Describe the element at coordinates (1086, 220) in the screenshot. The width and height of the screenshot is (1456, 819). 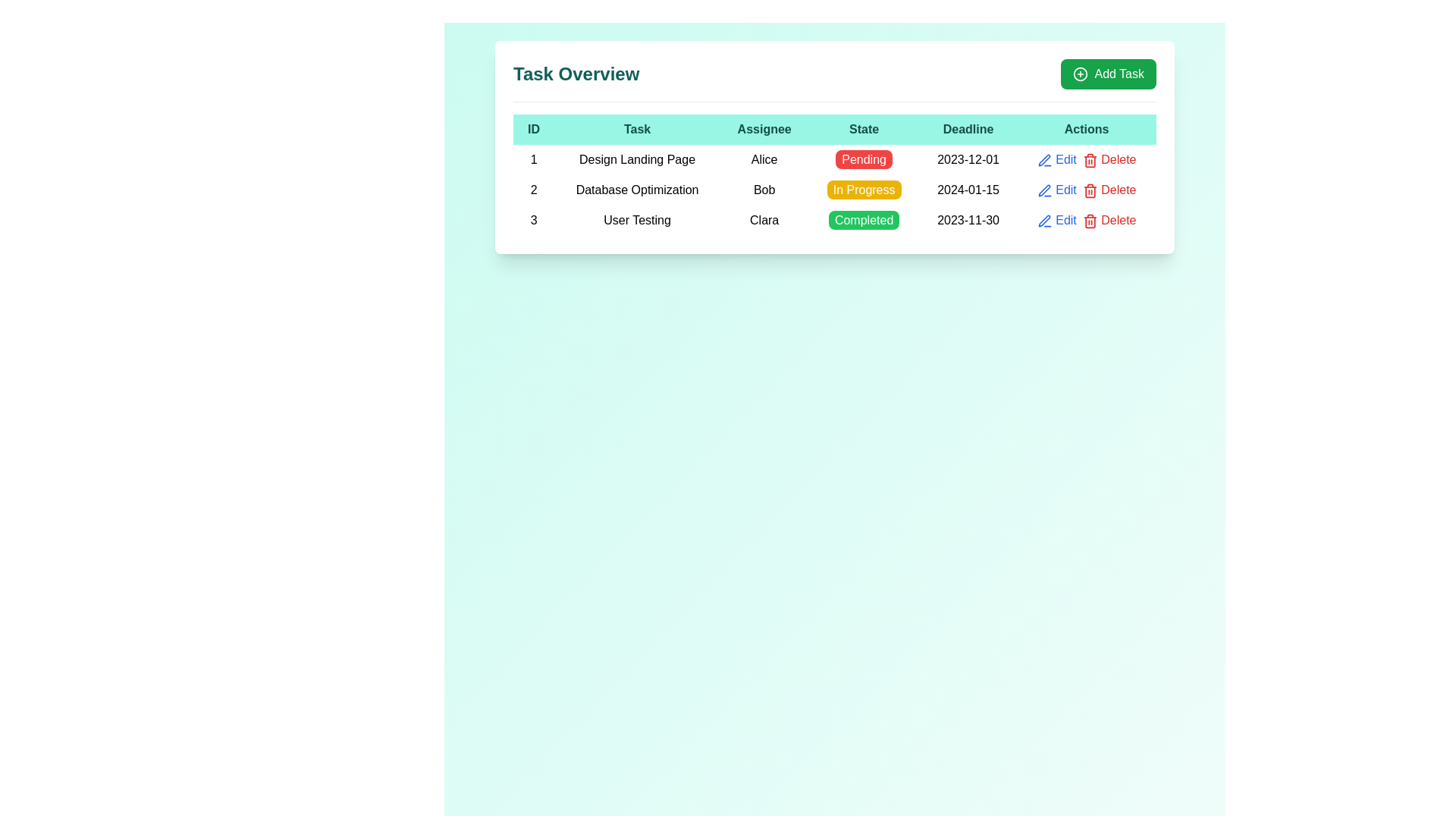
I see `the interactive text links labeled 'Edit' and 'Delete' associated with the task 'User Testing' located in the last cell of the Actions column in the data table` at that location.